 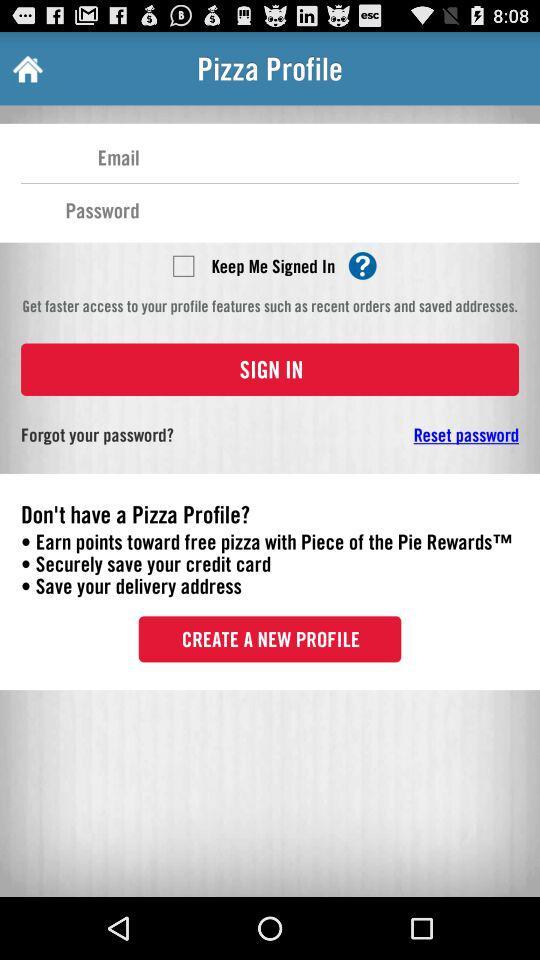 I want to click on app on the right, so click(x=405, y=434).